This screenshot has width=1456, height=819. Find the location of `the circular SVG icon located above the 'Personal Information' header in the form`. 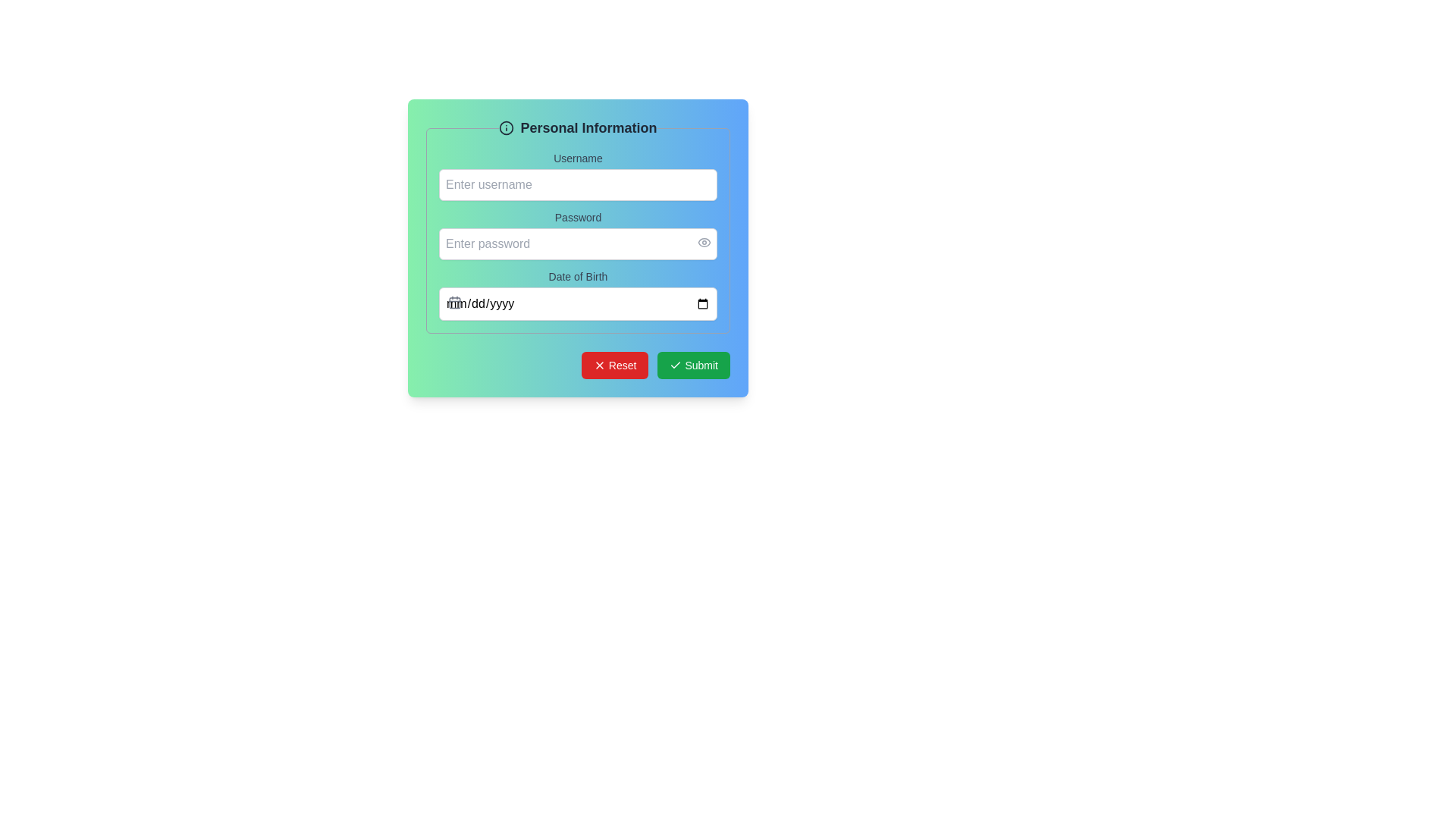

the circular SVG icon located above the 'Personal Information' header in the form is located at coordinates (507, 127).